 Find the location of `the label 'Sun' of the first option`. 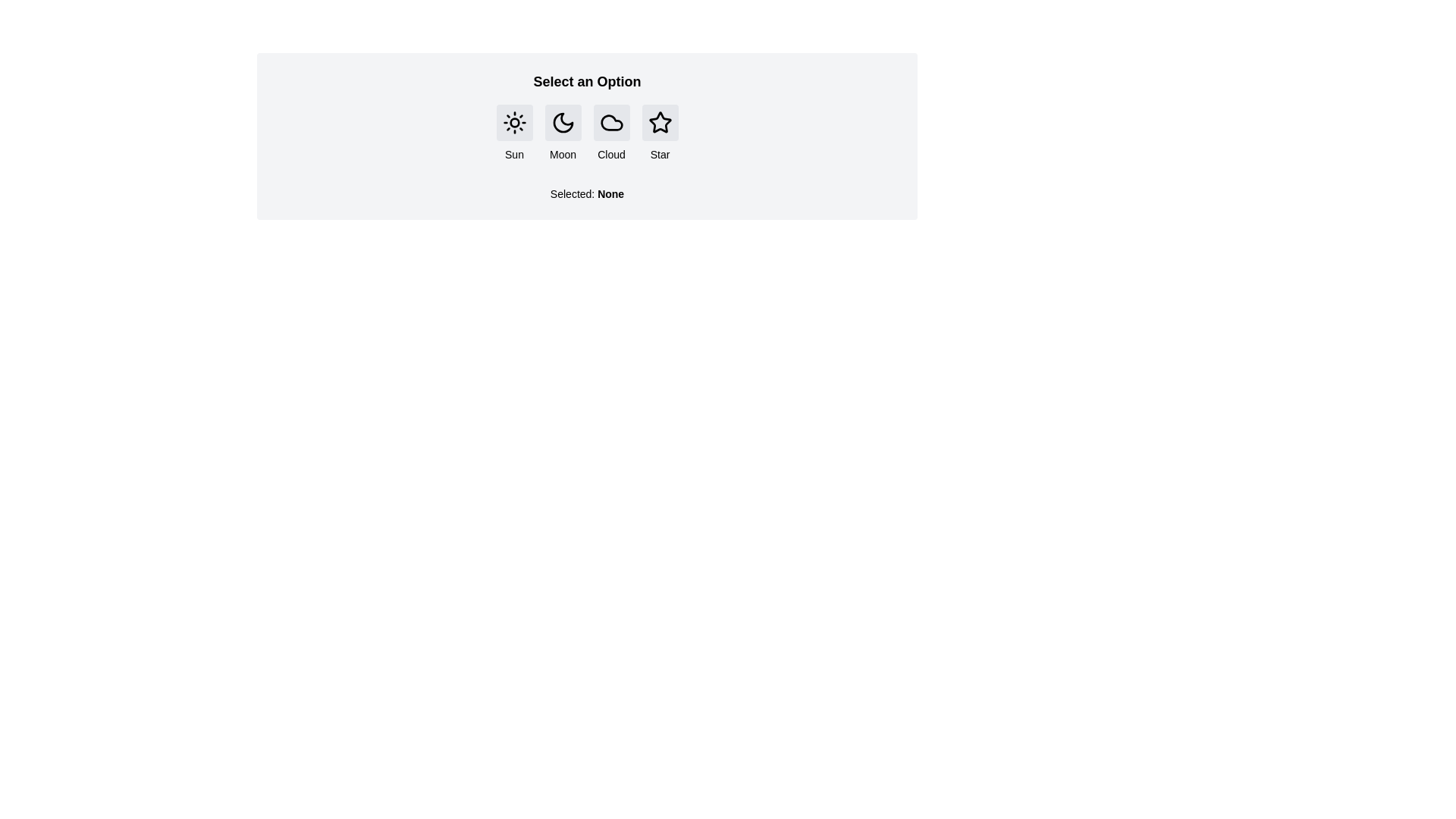

the label 'Sun' of the first option is located at coordinates (514, 133).